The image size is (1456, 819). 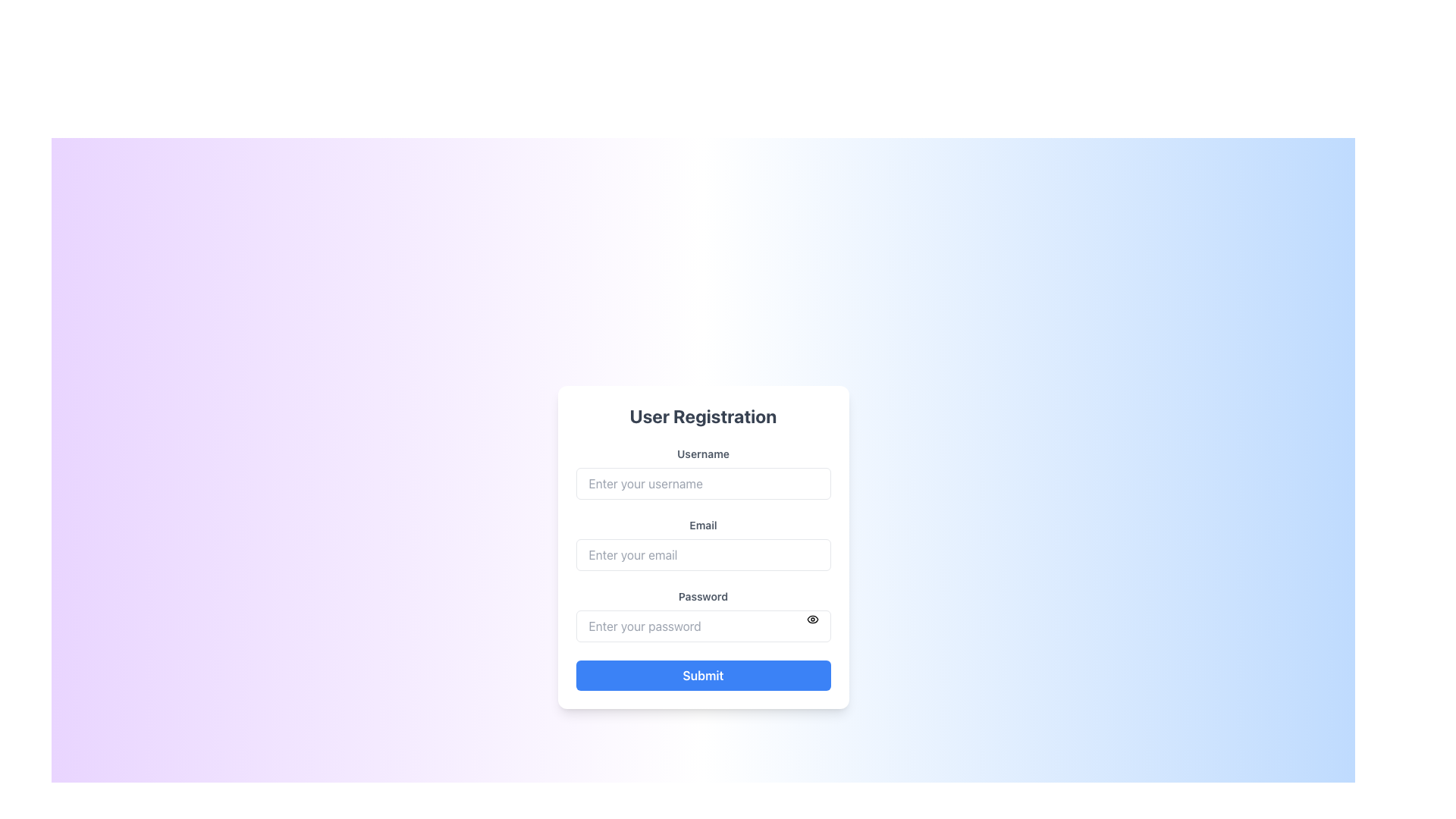 What do you see at coordinates (702, 416) in the screenshot?
I see `the Header or Title Text of the user registration form, which provides context to users about the form's purpose` at bounding box center [702, 416].